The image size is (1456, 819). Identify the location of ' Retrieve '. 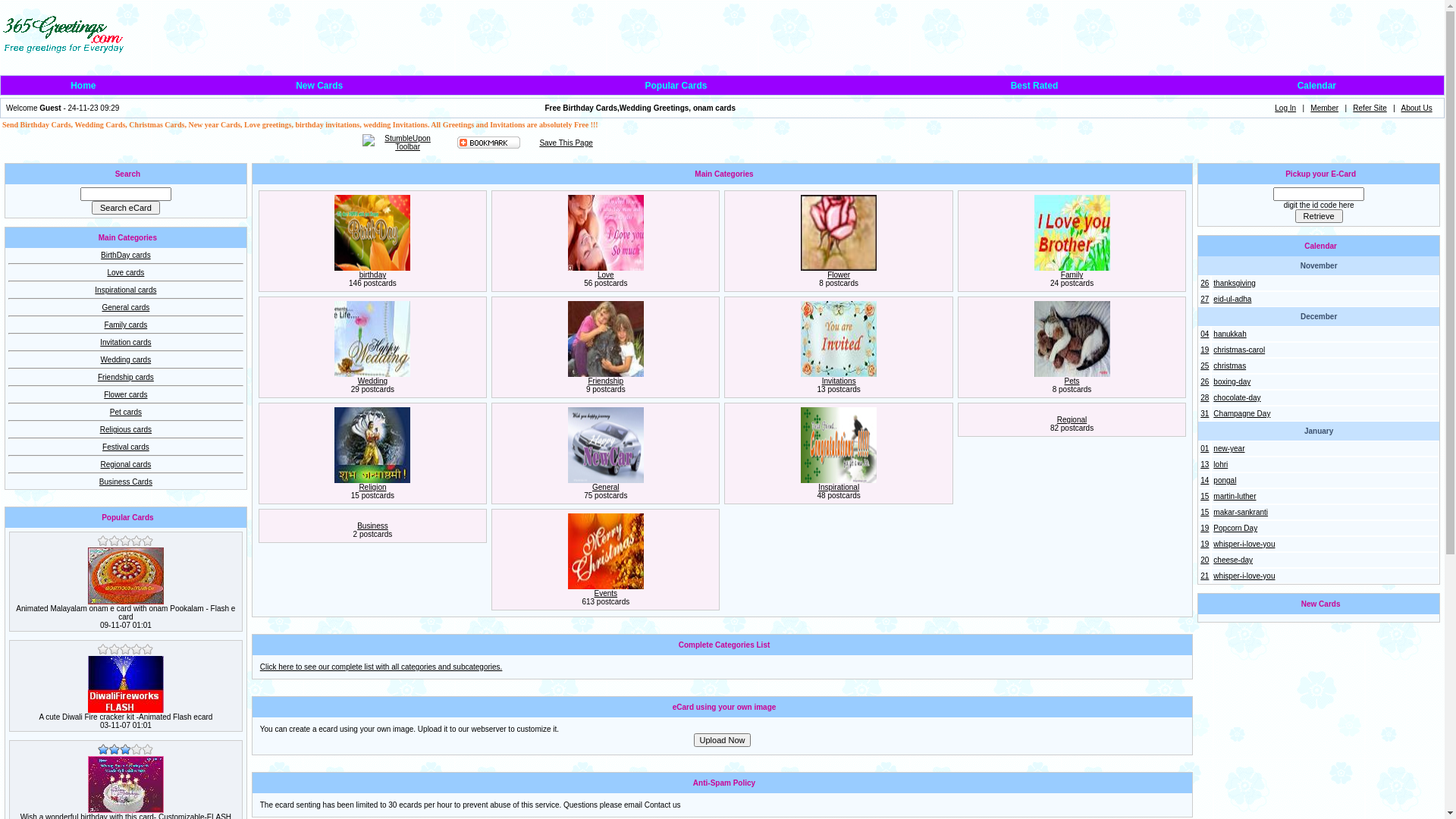
(1318, 216).